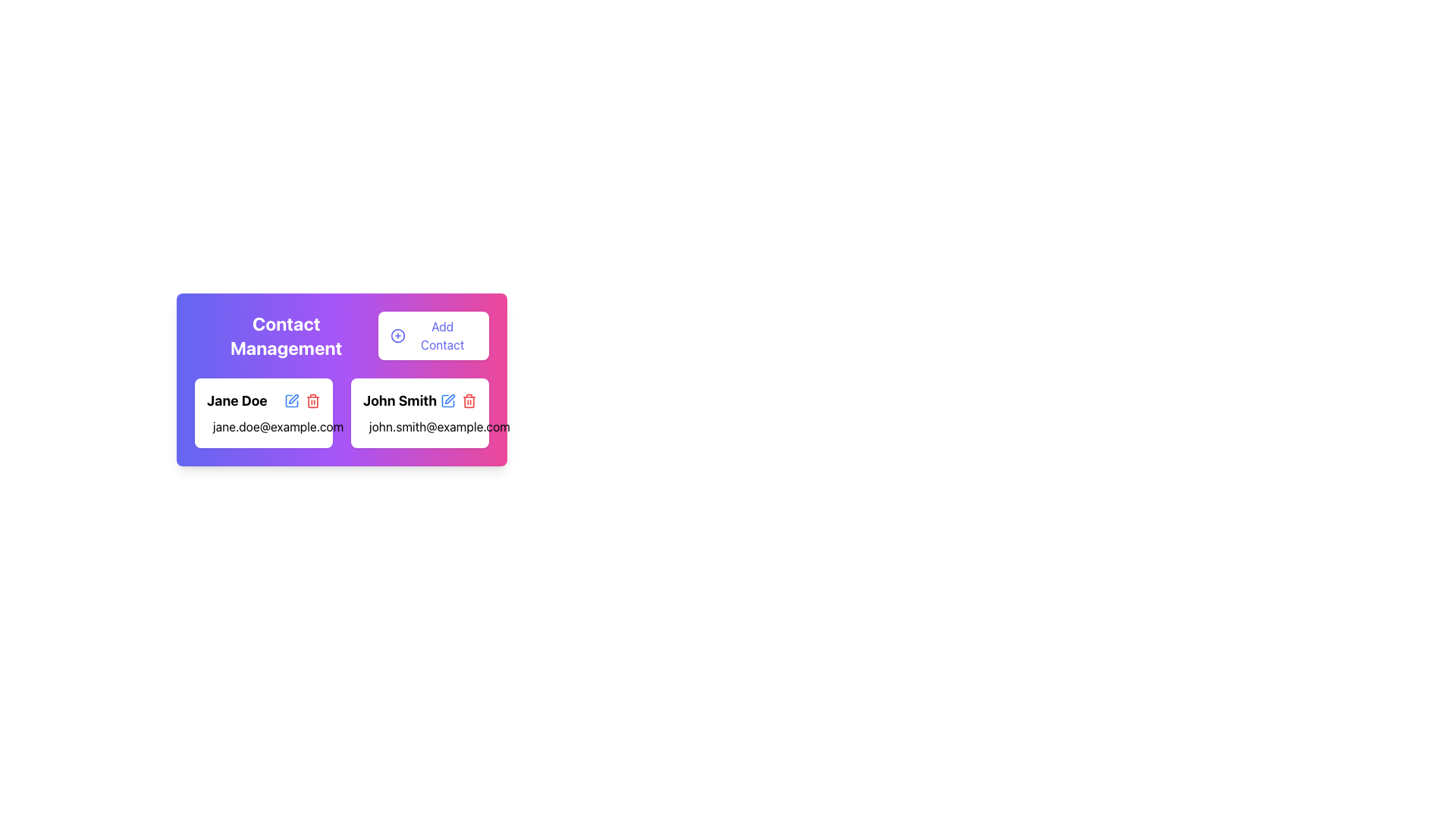 Image resolution: width=1456 pixels, height=819 pixels. I want to click on the trash bin icon element, which is part of the 'Delete' button associated with John Smith's contact information. This element is a rounded rectangular shape with a thin dark stroke and a transparent fill, positioned centrally within the SVG graphic, so click(312, 400).